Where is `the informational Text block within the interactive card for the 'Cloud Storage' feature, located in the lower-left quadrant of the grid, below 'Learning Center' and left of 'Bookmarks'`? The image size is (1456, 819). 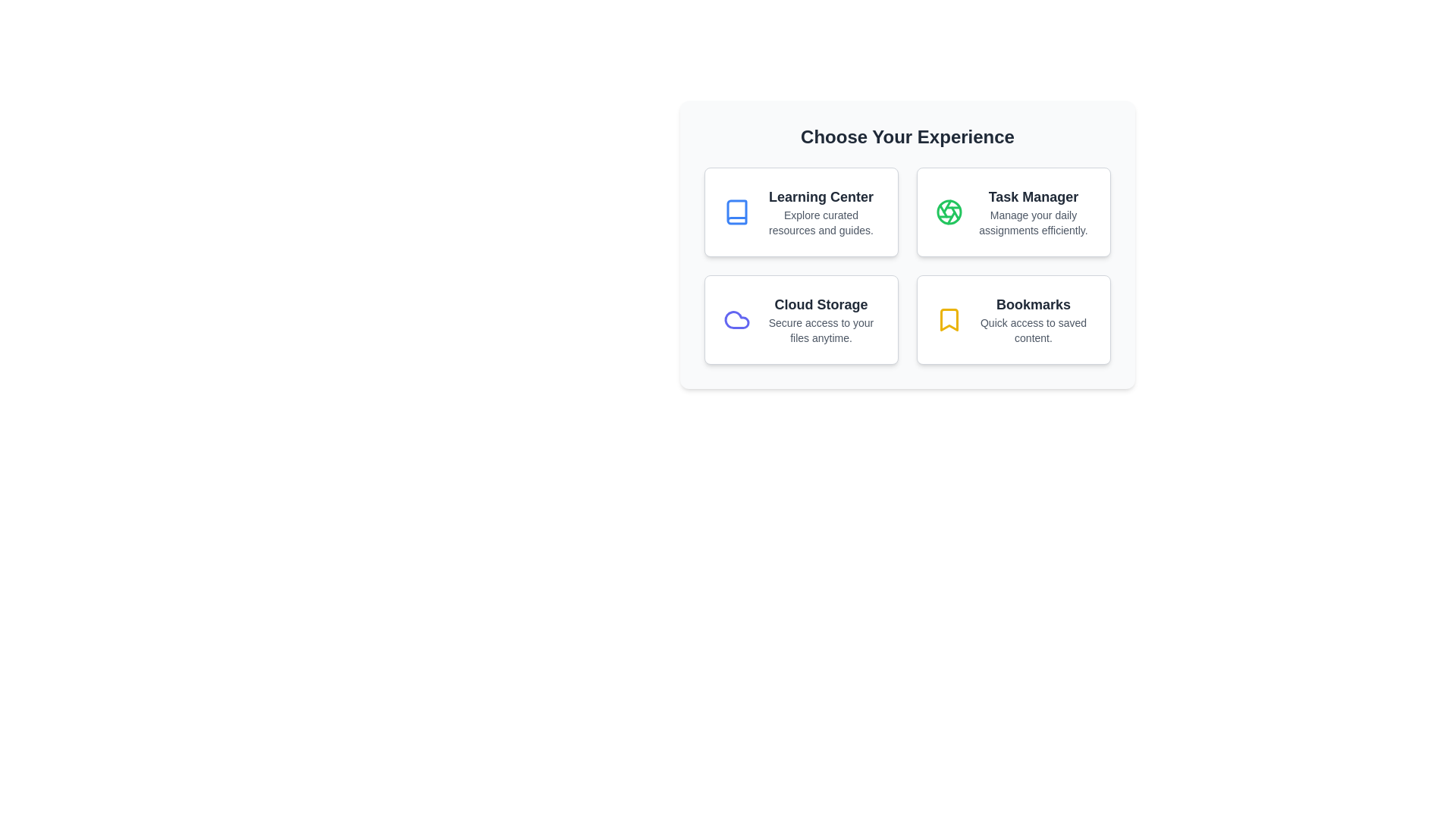
the informational Text block within the interactive card for the 'Cloud Storage' feature, located in the lower-left quadrant of the grid, below 'Learning Center' and left of 'Bookmarks' is located at coordinates (821, 318).